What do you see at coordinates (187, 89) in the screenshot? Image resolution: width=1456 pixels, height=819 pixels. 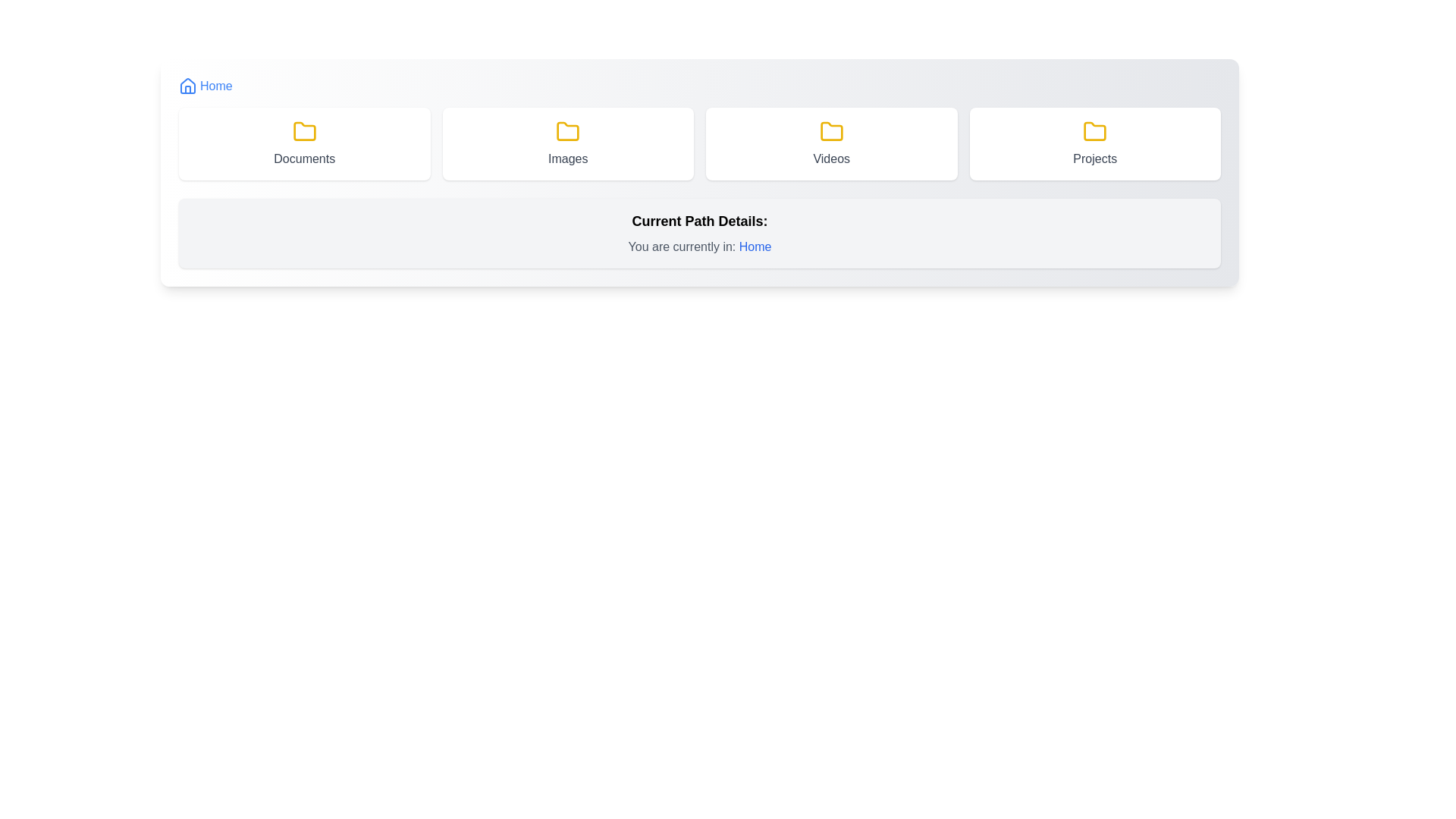 I see `the vertical rectangle representing a door or window within the house-shaped icon, which is part of the navigational link for returning to the homepage` at bounding box center [187, 89].